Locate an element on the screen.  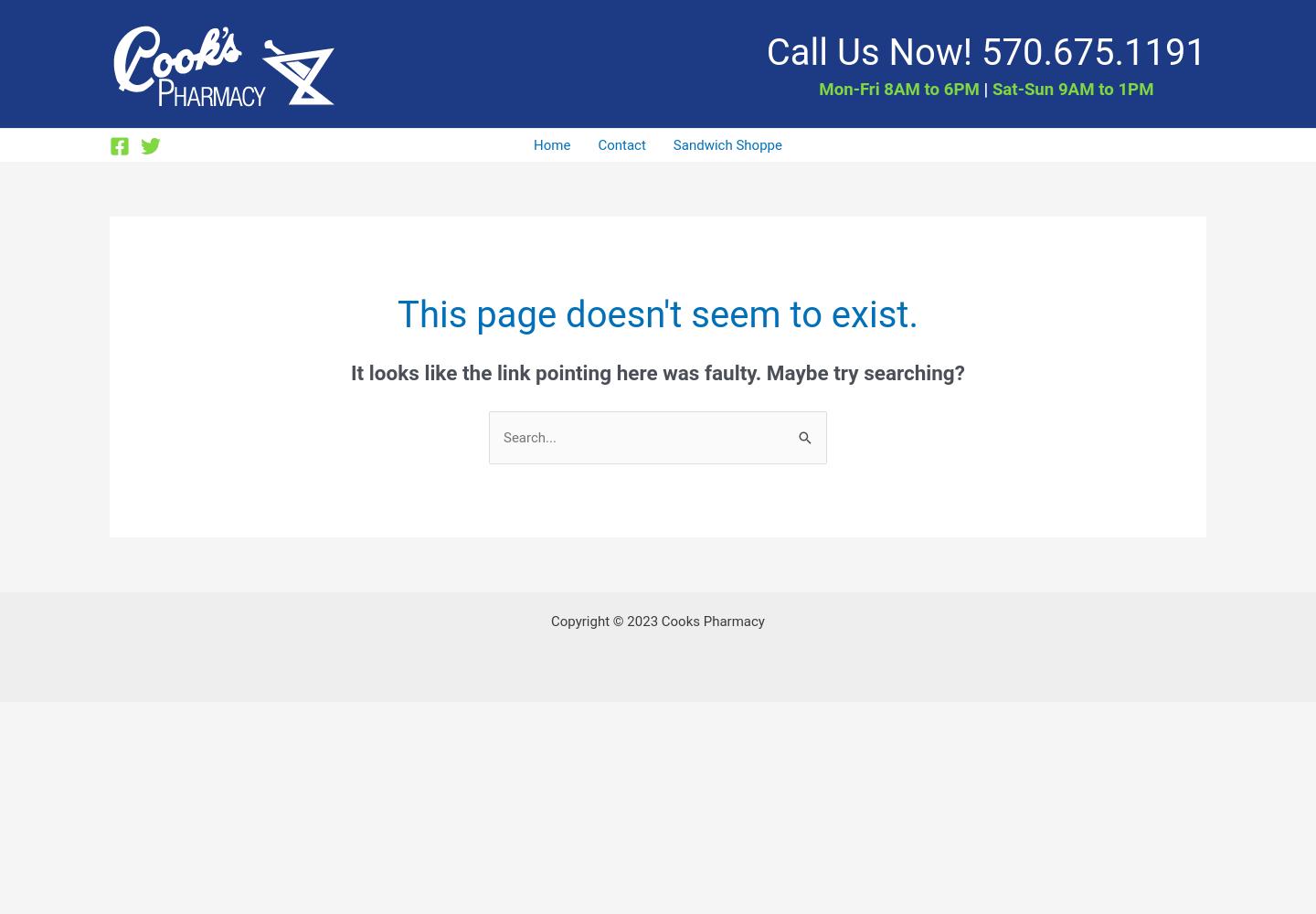
'Sat-Sun 9AM to 1PM' is located at coordinates (987, 88).